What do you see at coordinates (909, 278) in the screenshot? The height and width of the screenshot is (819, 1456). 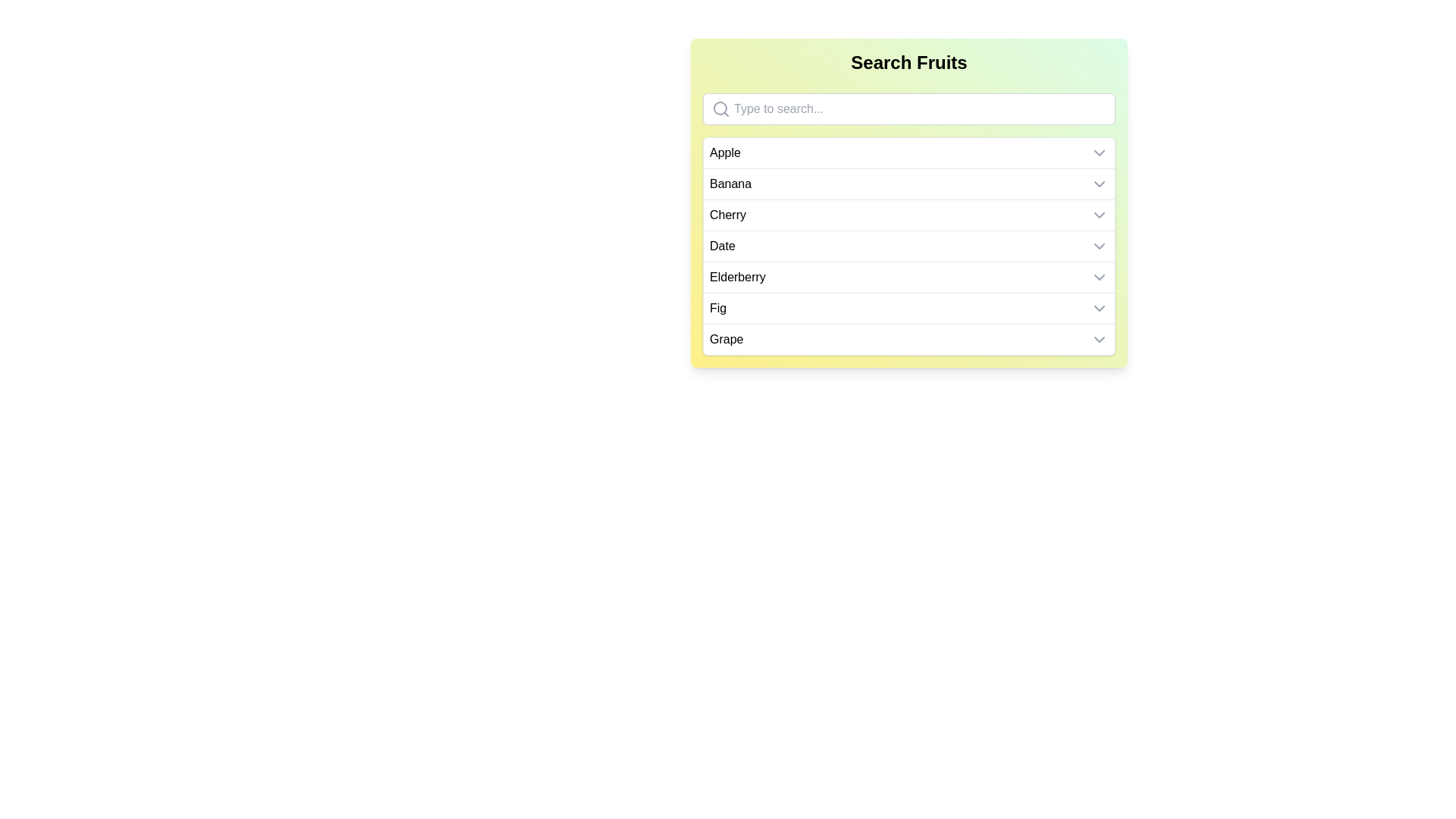 I see `the fifth row in the 'Search Fruits' list, which represents the 'Elderberry' option` at bounding box center [909, 278].